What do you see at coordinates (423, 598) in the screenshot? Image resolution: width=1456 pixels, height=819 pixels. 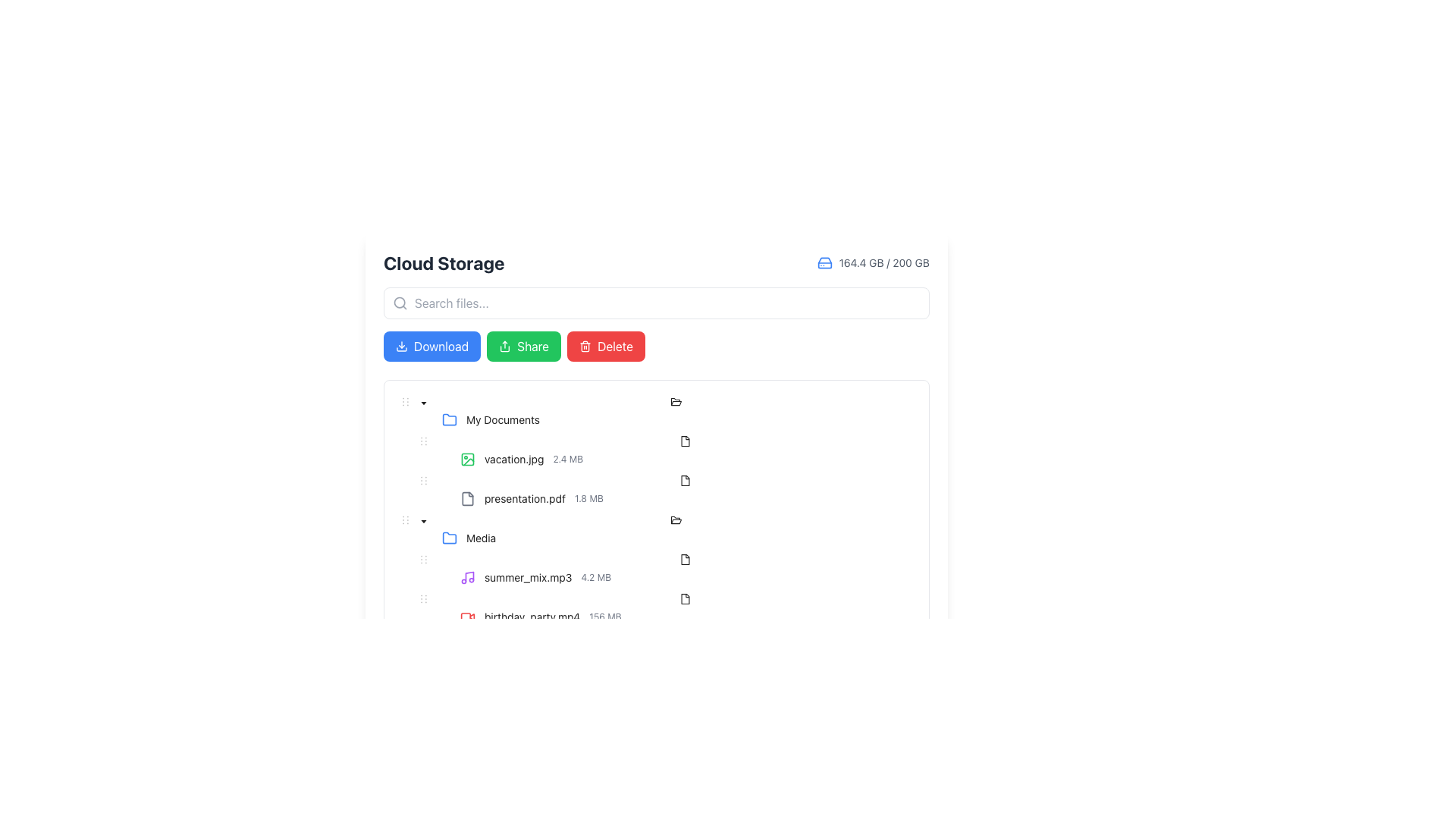 I see `the draggable handle icon represented by a vertical stack of three dots located within the row labeled 'birthday_party.mp4156 MB'` at bounding box center [423, 598].